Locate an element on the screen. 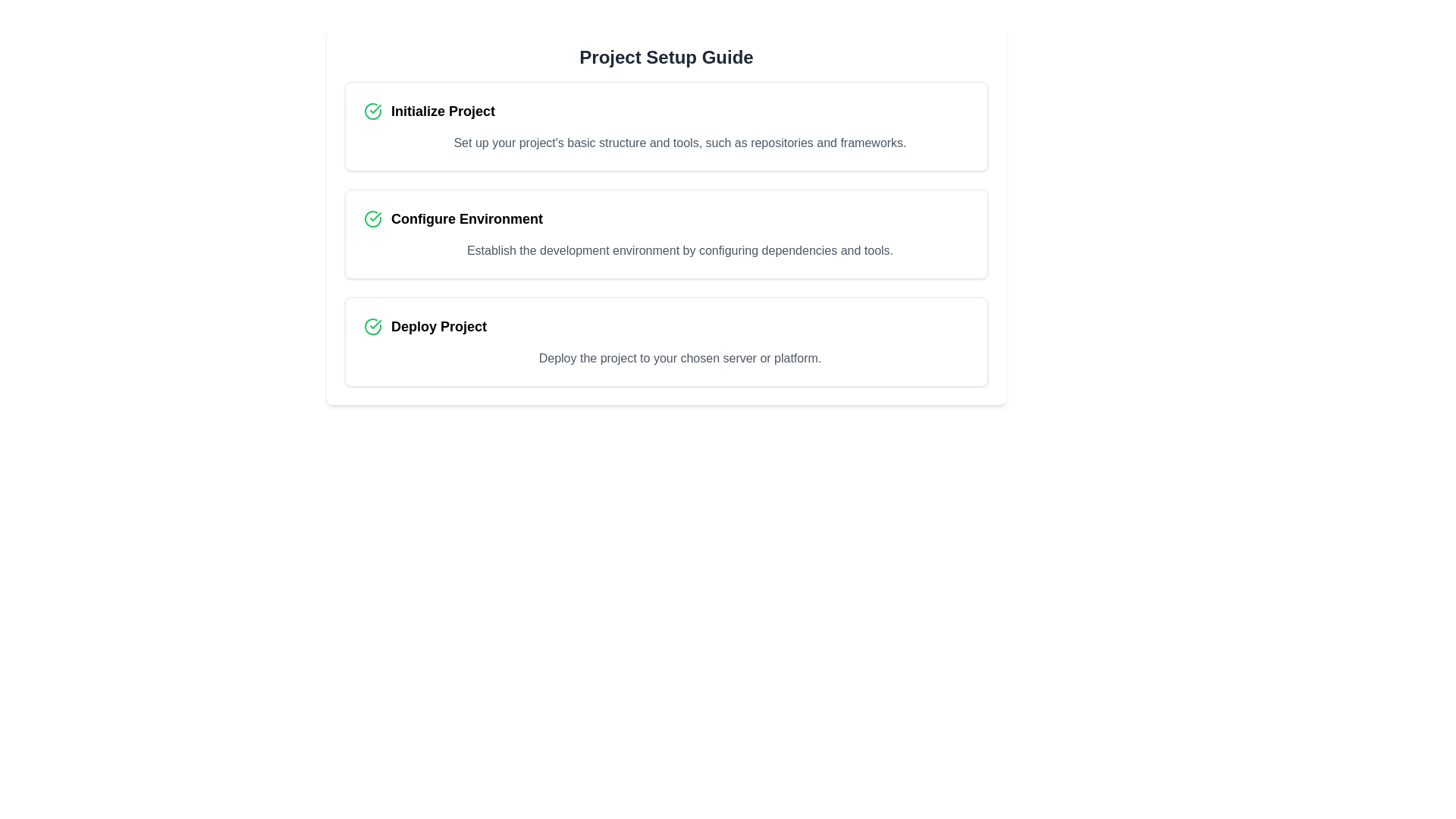  text block styled in light gray font located below the title 'Initialize Project' and to the right of the green check icon is located at coordinates (679, 143).